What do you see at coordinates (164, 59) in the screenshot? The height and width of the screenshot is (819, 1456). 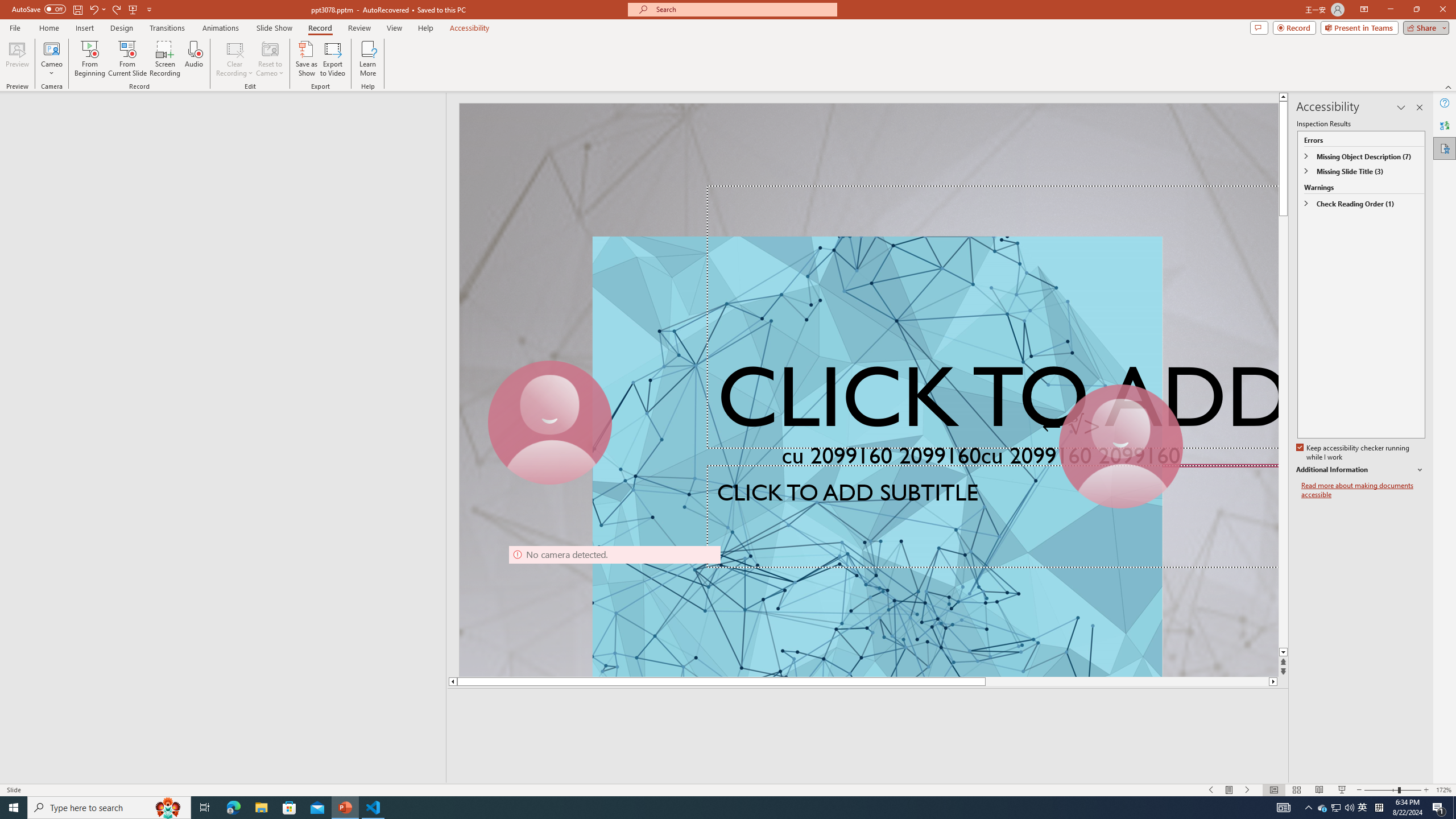 I see `'Screen Recording'` at bounding box center [164, 59].